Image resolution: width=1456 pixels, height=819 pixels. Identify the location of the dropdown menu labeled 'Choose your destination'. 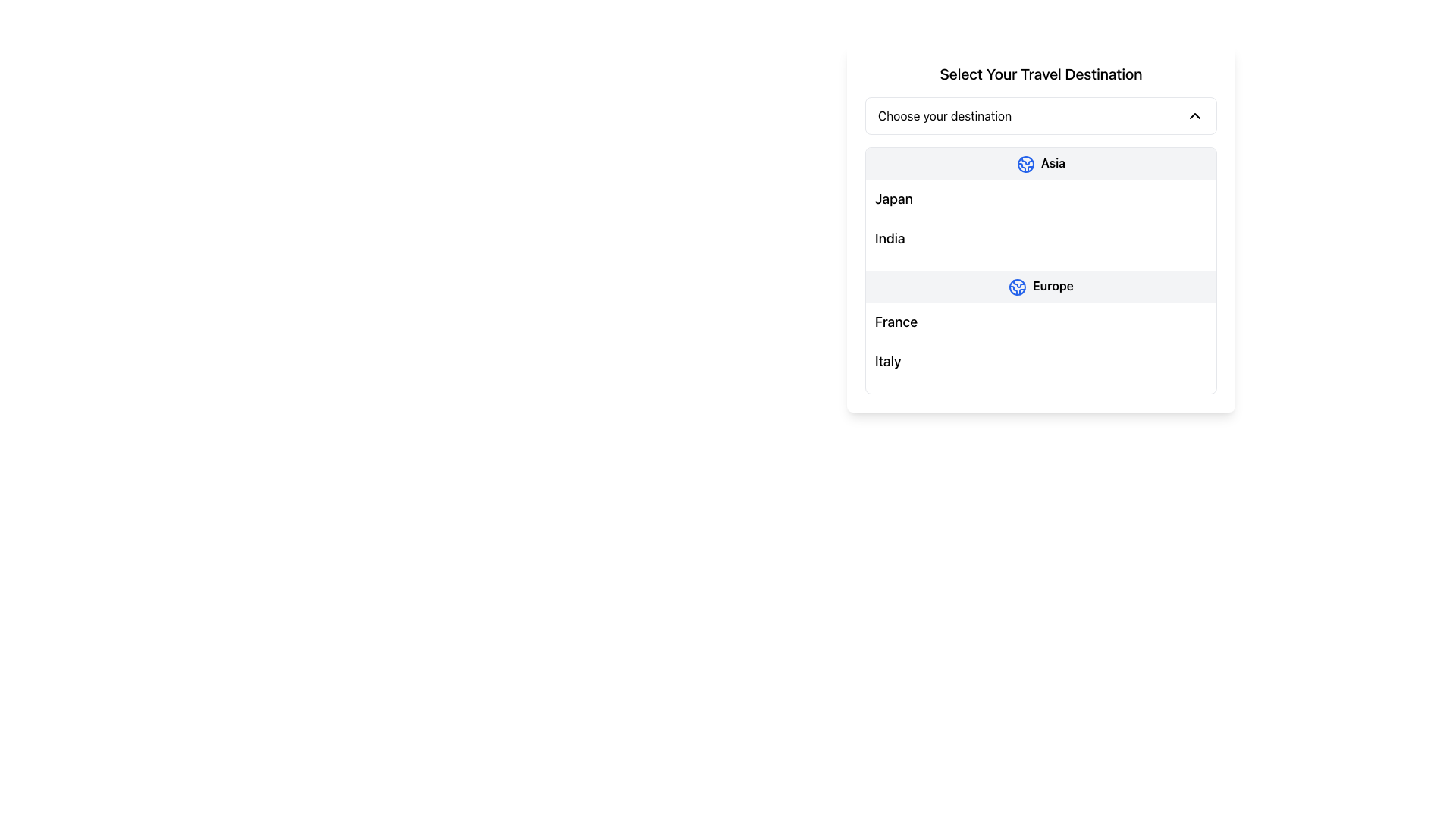
(1040, 115).